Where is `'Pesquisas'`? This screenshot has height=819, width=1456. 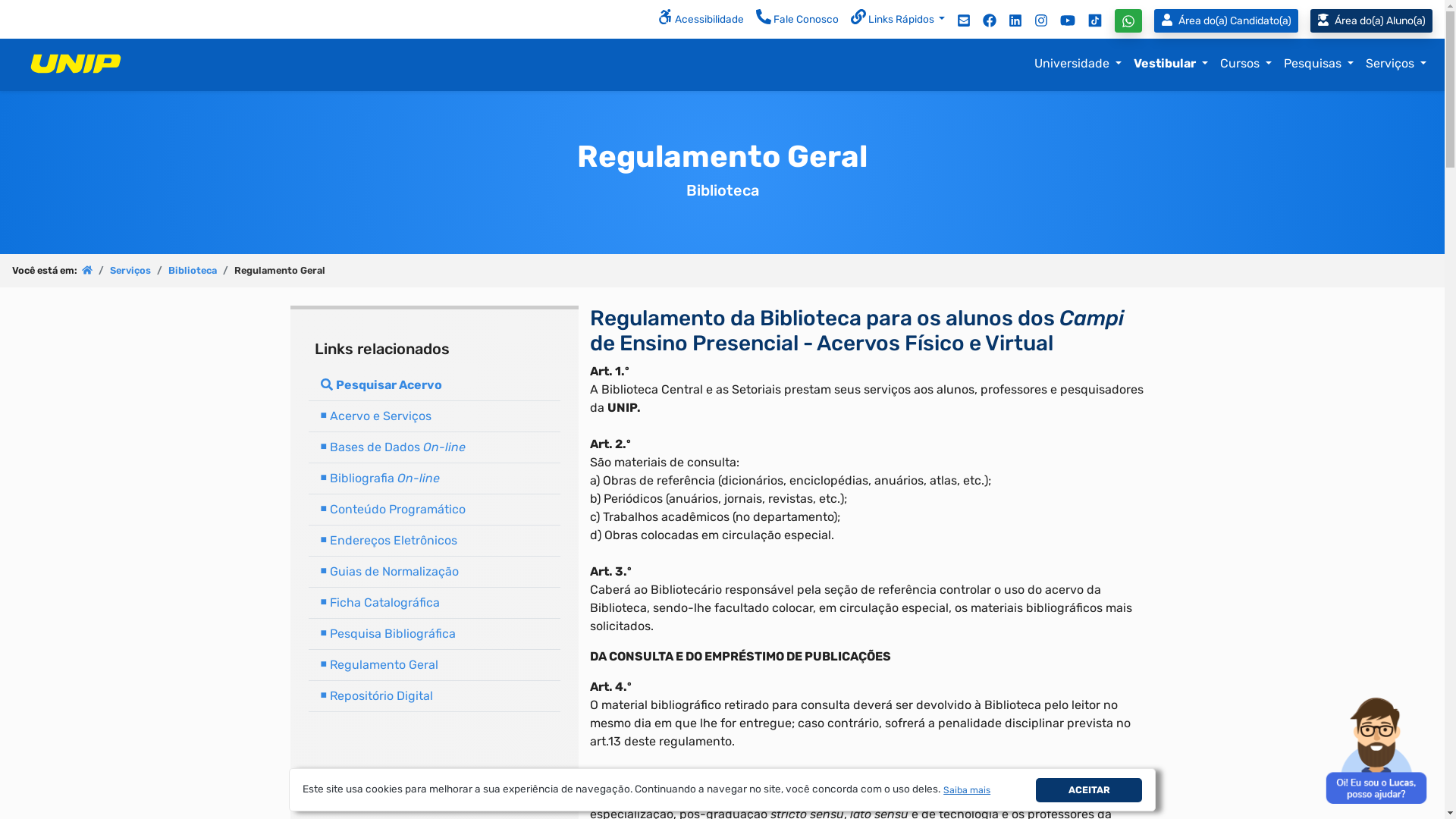
'Pesquisas' is located at coordinates (1276, 63).